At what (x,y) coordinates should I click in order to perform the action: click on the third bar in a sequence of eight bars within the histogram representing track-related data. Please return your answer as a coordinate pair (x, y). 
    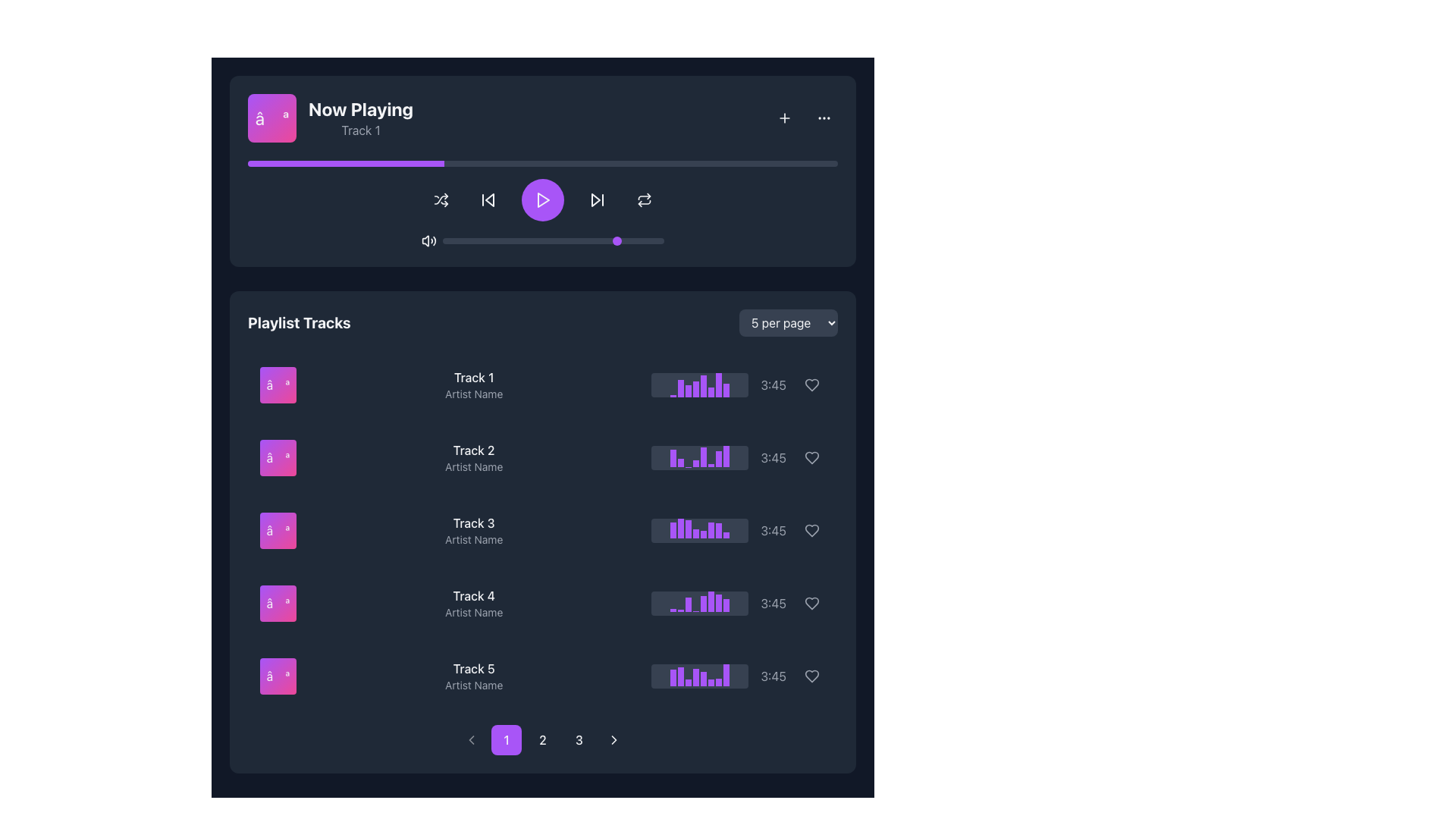
    Looking at the image, I should click on (688, 529).